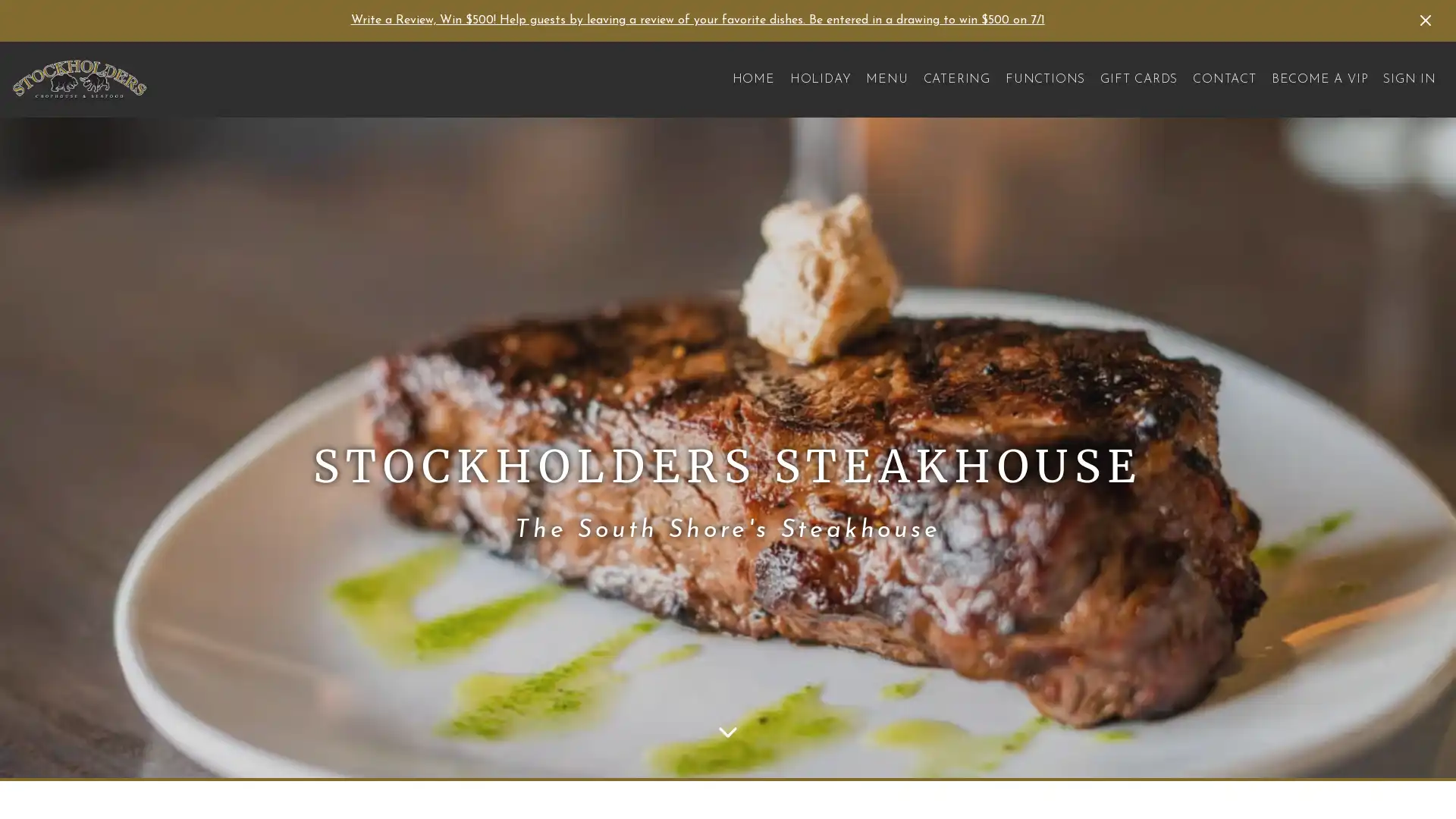 The height and width of the screenshot is (819, 1456). I want to click on Dismiss Announcement, so click(1425, 20).